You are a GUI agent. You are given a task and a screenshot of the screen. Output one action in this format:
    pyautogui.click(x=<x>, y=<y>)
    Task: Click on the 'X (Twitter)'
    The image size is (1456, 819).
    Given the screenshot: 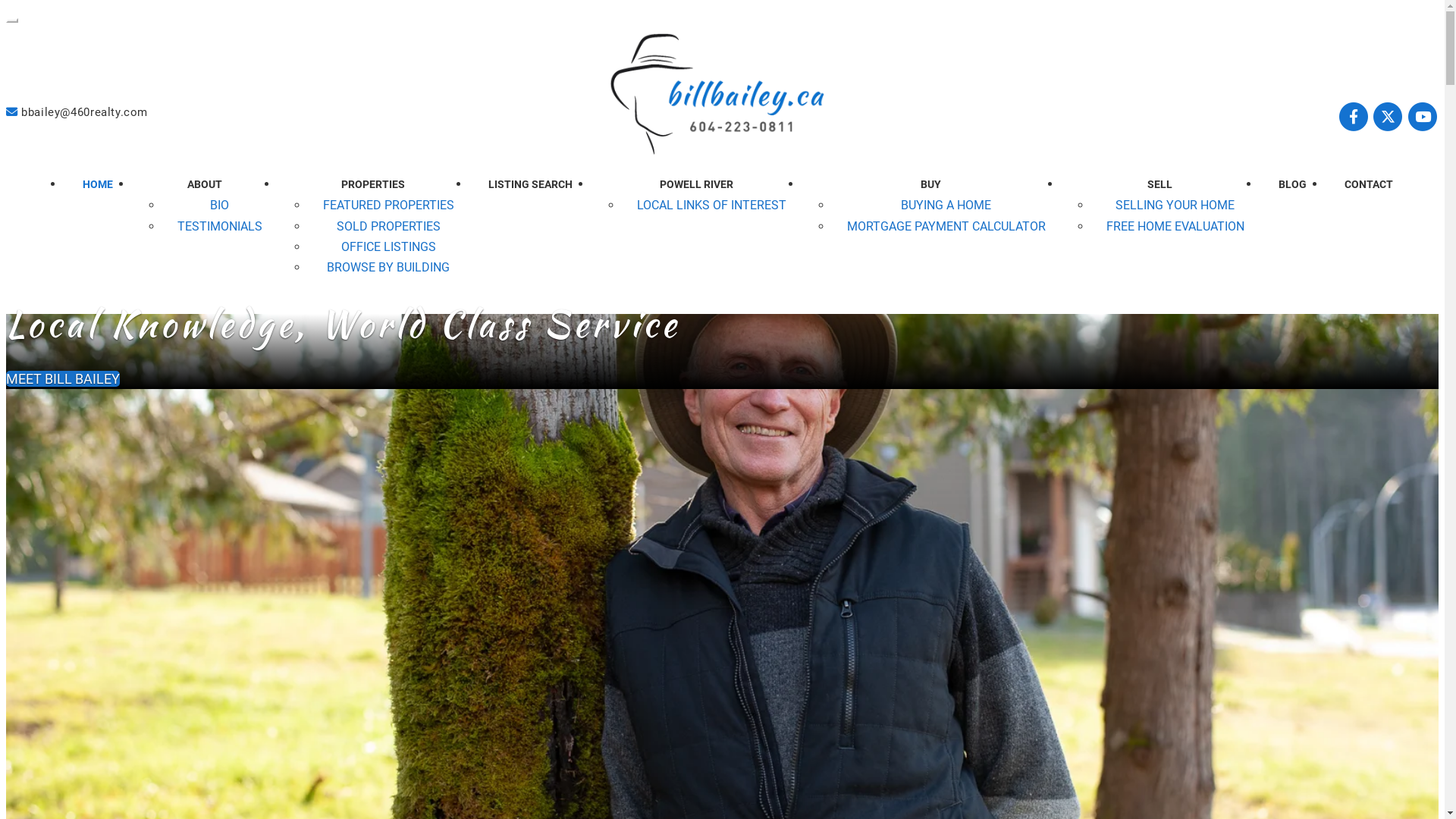 What is the action you would take?
    pyautogui.click(x=1389, y=116)
    